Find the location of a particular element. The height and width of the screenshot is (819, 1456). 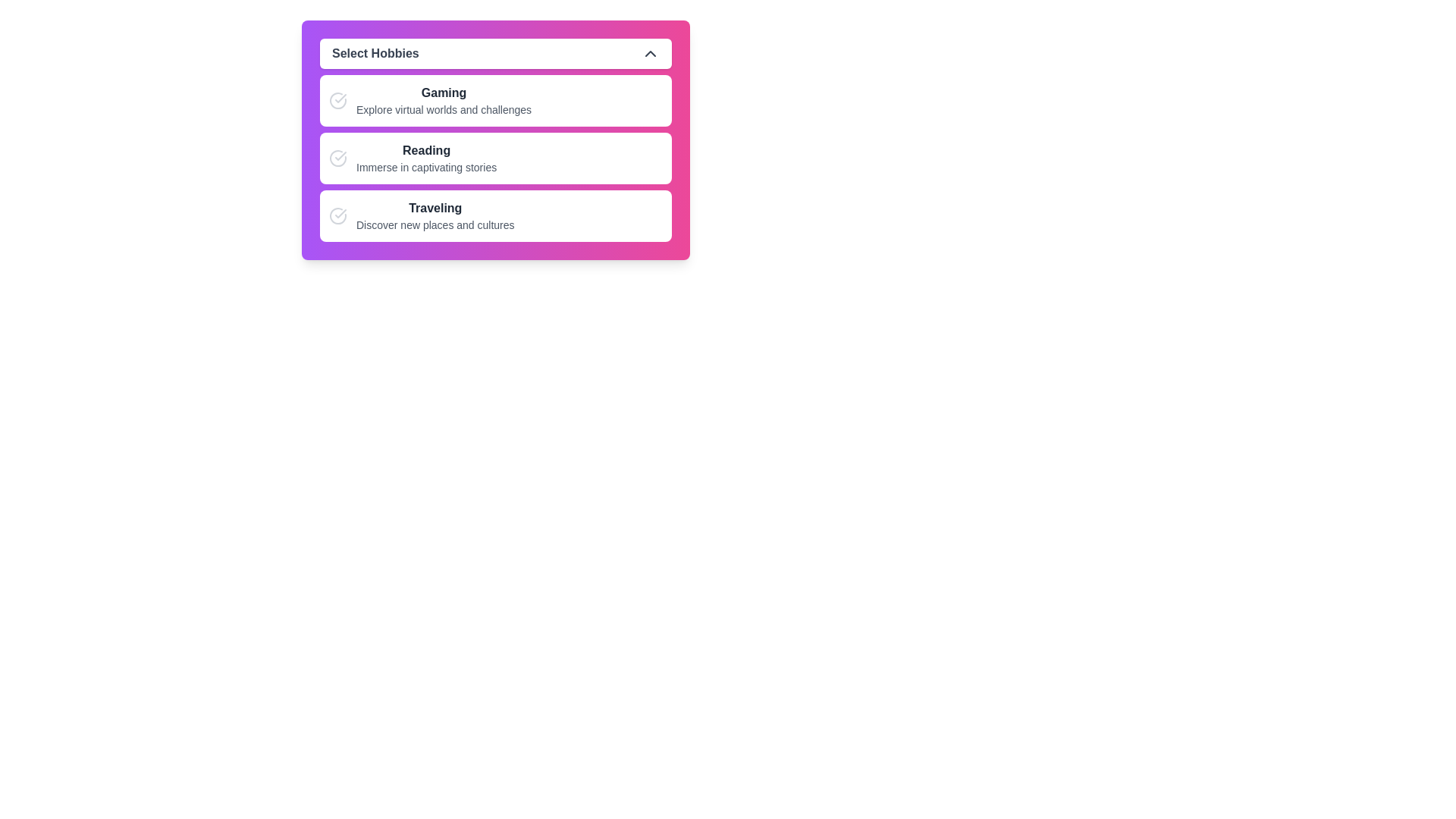

the 'Reading' list item that represents an option in a hobbies list, positioned between 'Gaming' and 'Traveling' is located at coordinates (495, 140).